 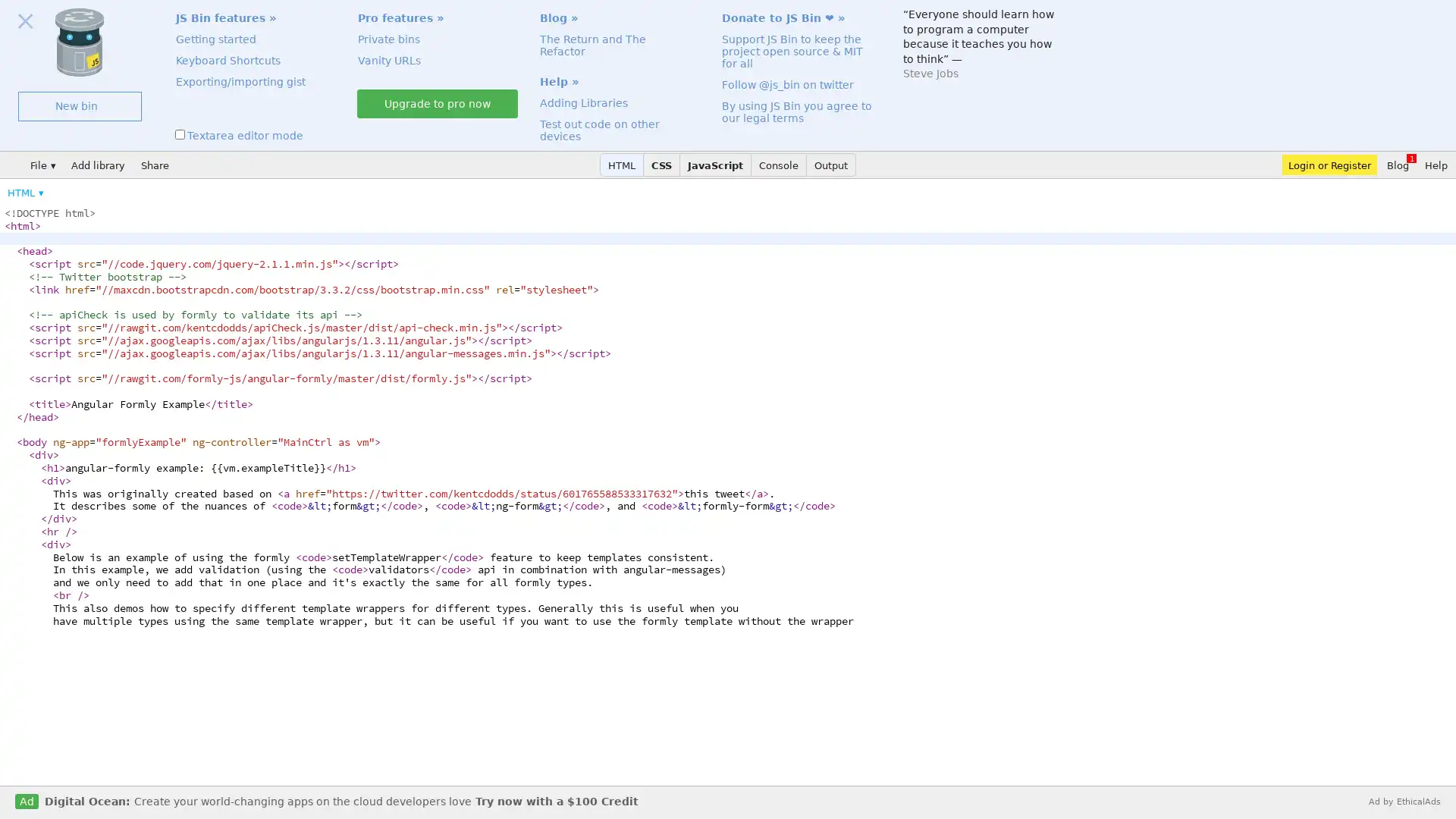 I want to click on Console Panel: Inactive, so click(x=779, y=165).